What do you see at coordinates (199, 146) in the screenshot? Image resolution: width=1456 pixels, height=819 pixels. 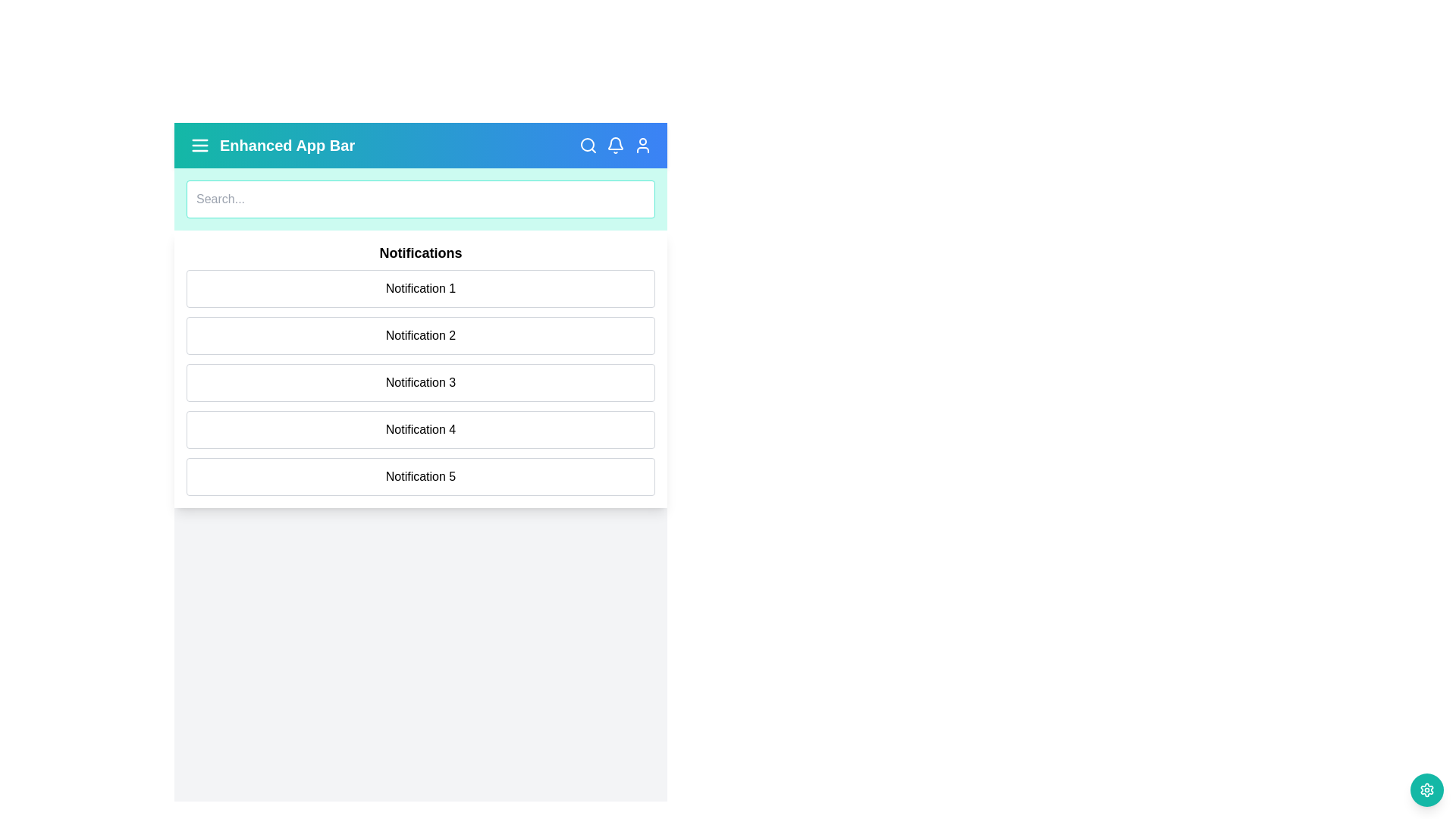 I see `the menu button in the app bar` at bounding box center [199, 146].